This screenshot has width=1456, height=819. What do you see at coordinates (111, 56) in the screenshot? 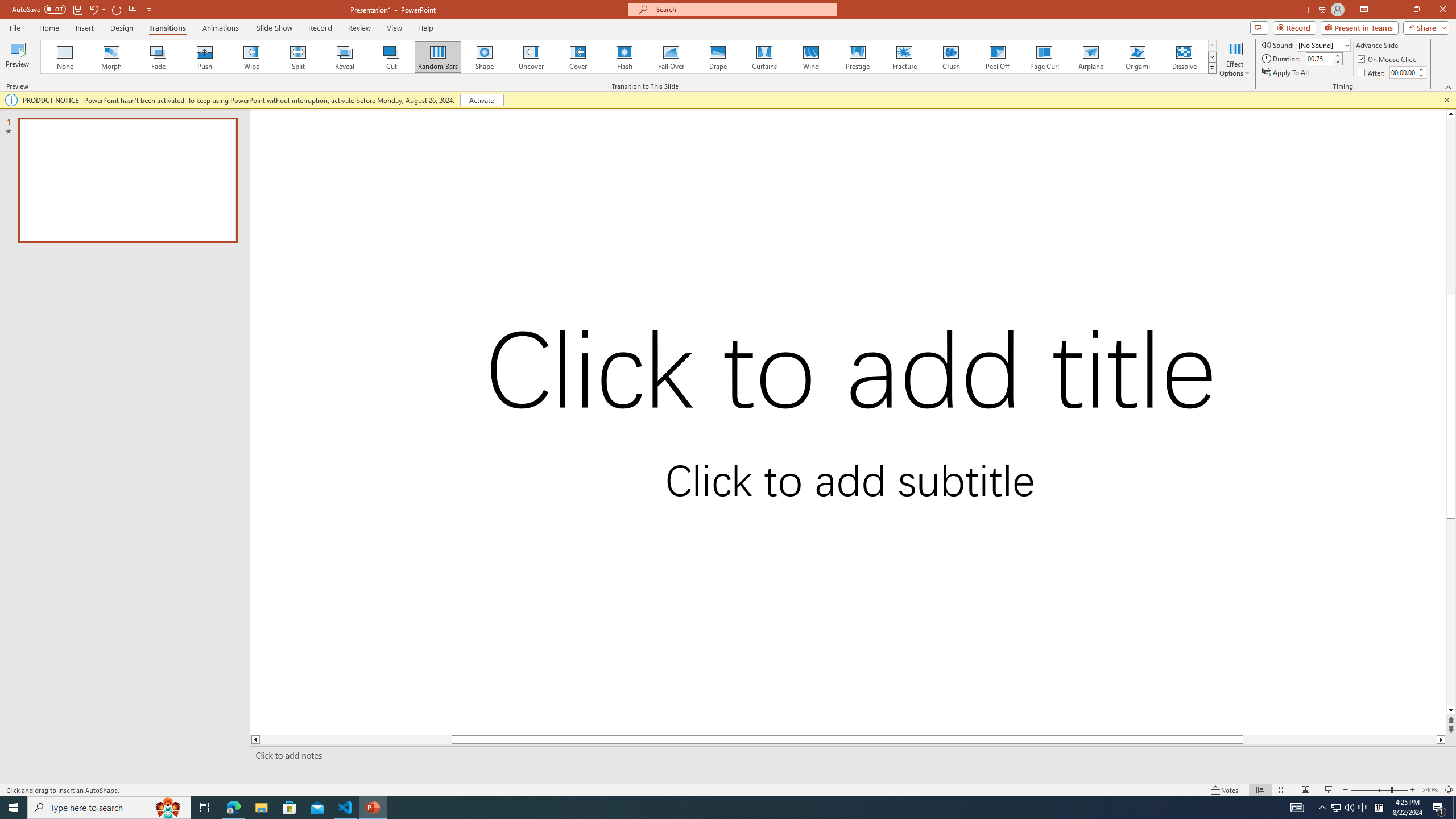
I see `'Morph'` at bounding box center [111, 56].